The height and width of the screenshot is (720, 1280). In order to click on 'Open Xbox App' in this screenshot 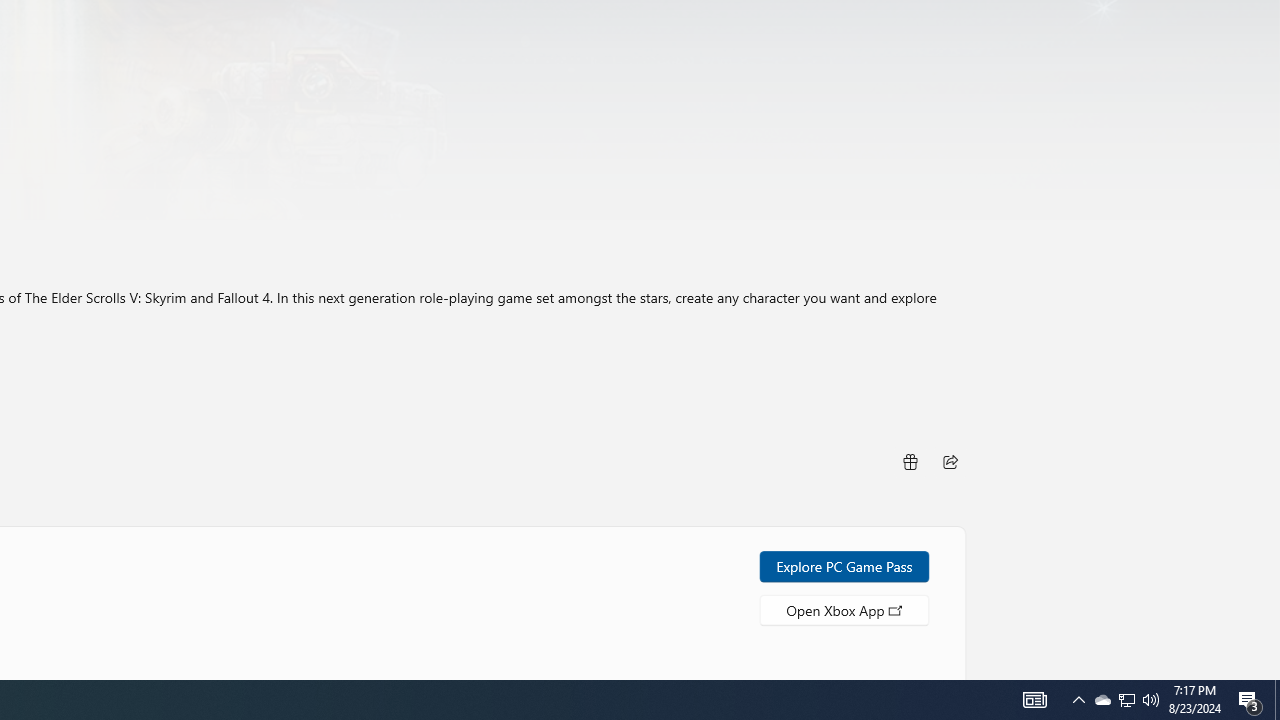, I will do `click(844, 608)`.